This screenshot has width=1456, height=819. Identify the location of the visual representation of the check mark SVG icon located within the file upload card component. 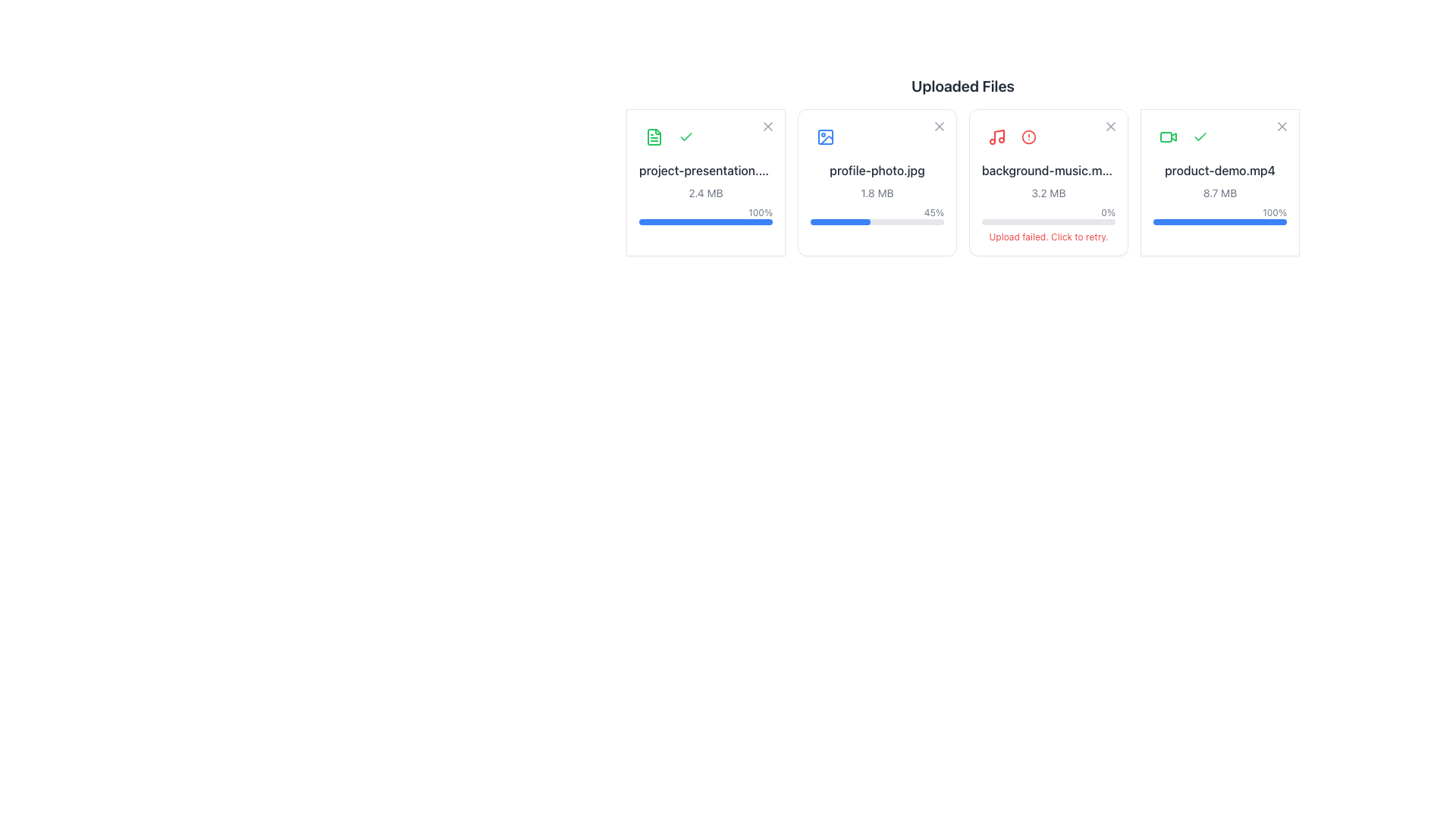
(1200, 136).